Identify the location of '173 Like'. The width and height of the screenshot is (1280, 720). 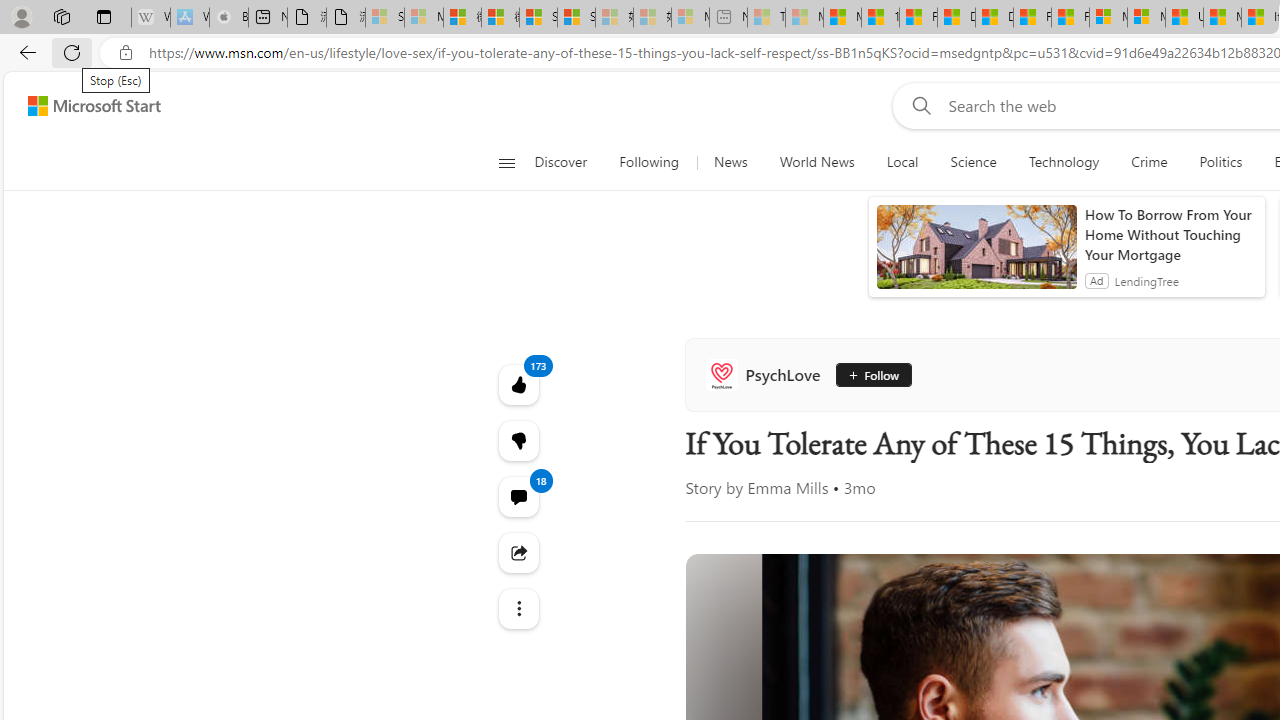
(518, 384).